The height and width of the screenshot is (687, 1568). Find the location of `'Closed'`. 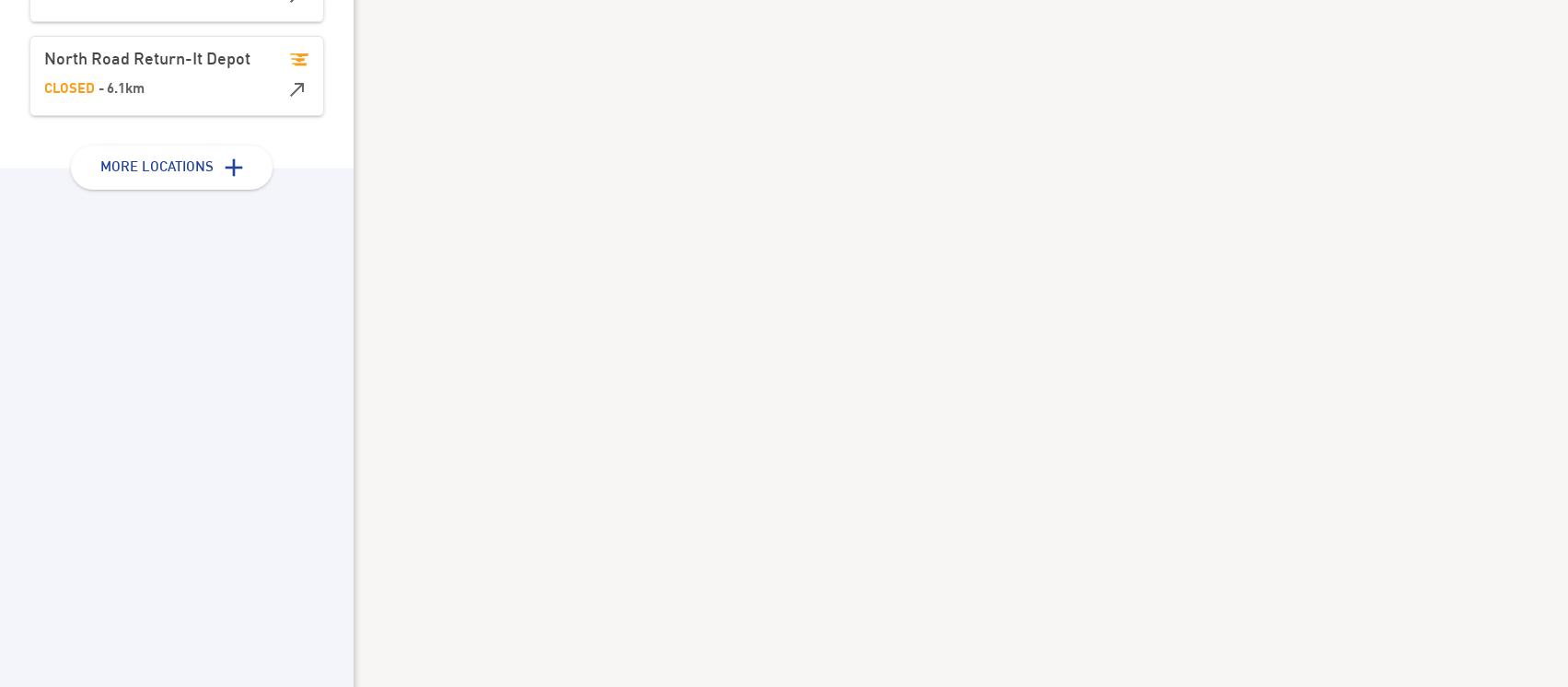

'Closed' is located at coordinates (69, 89).